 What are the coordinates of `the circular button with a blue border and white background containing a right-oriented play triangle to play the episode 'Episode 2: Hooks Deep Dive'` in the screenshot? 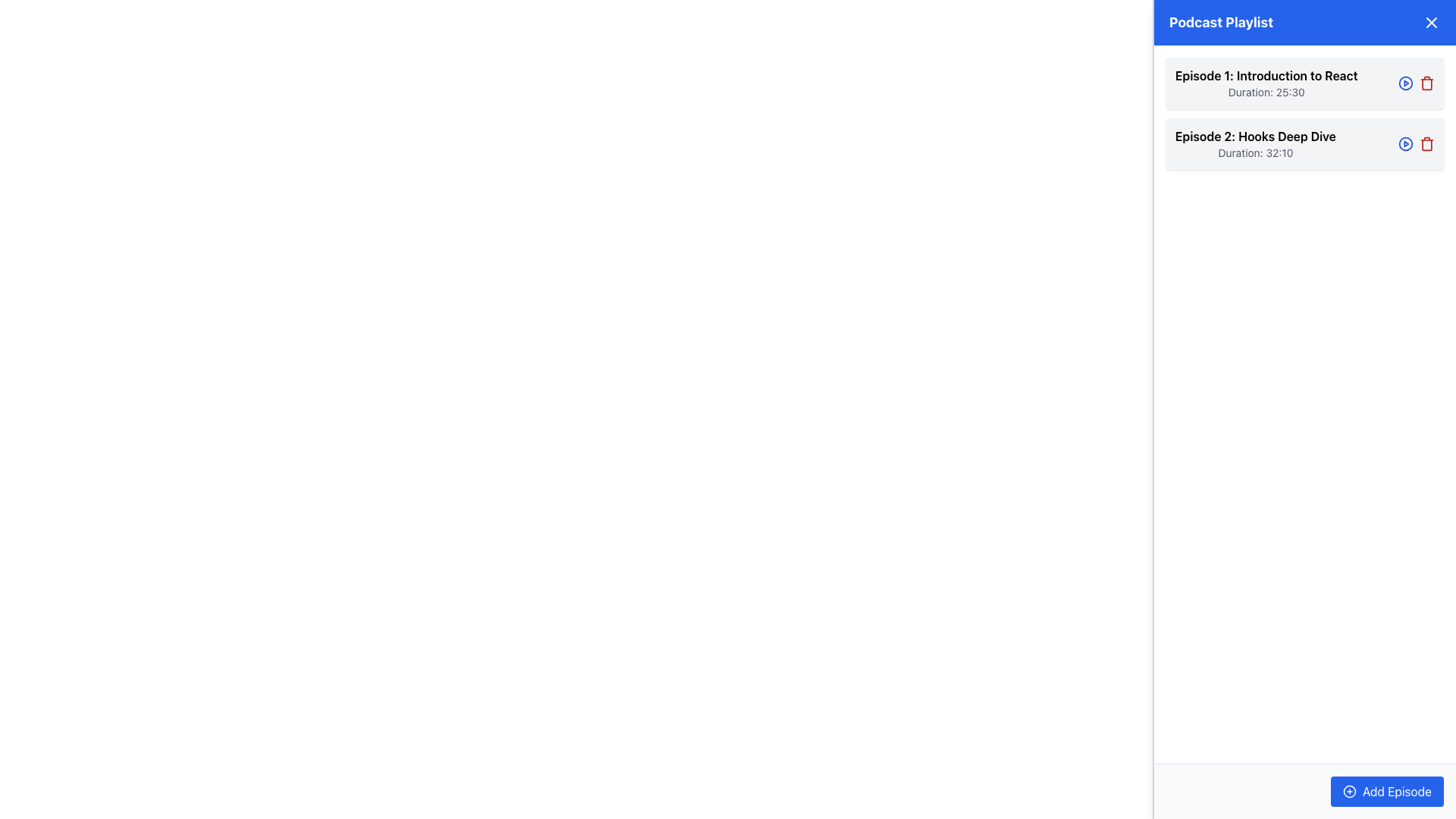 It's located at (1404, 143).